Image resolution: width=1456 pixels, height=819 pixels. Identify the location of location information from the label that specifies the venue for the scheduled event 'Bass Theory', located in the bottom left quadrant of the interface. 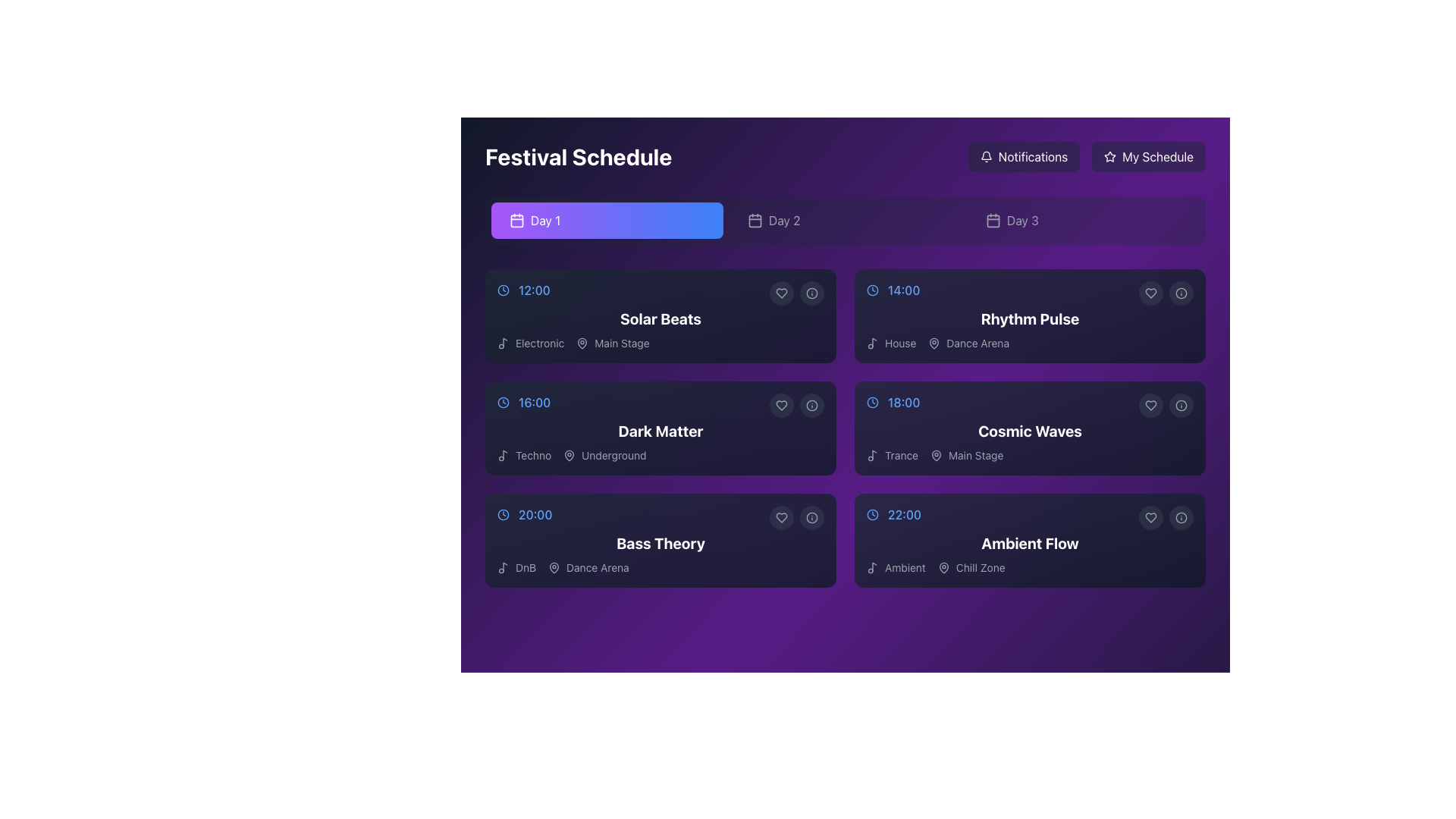
(588, 567).